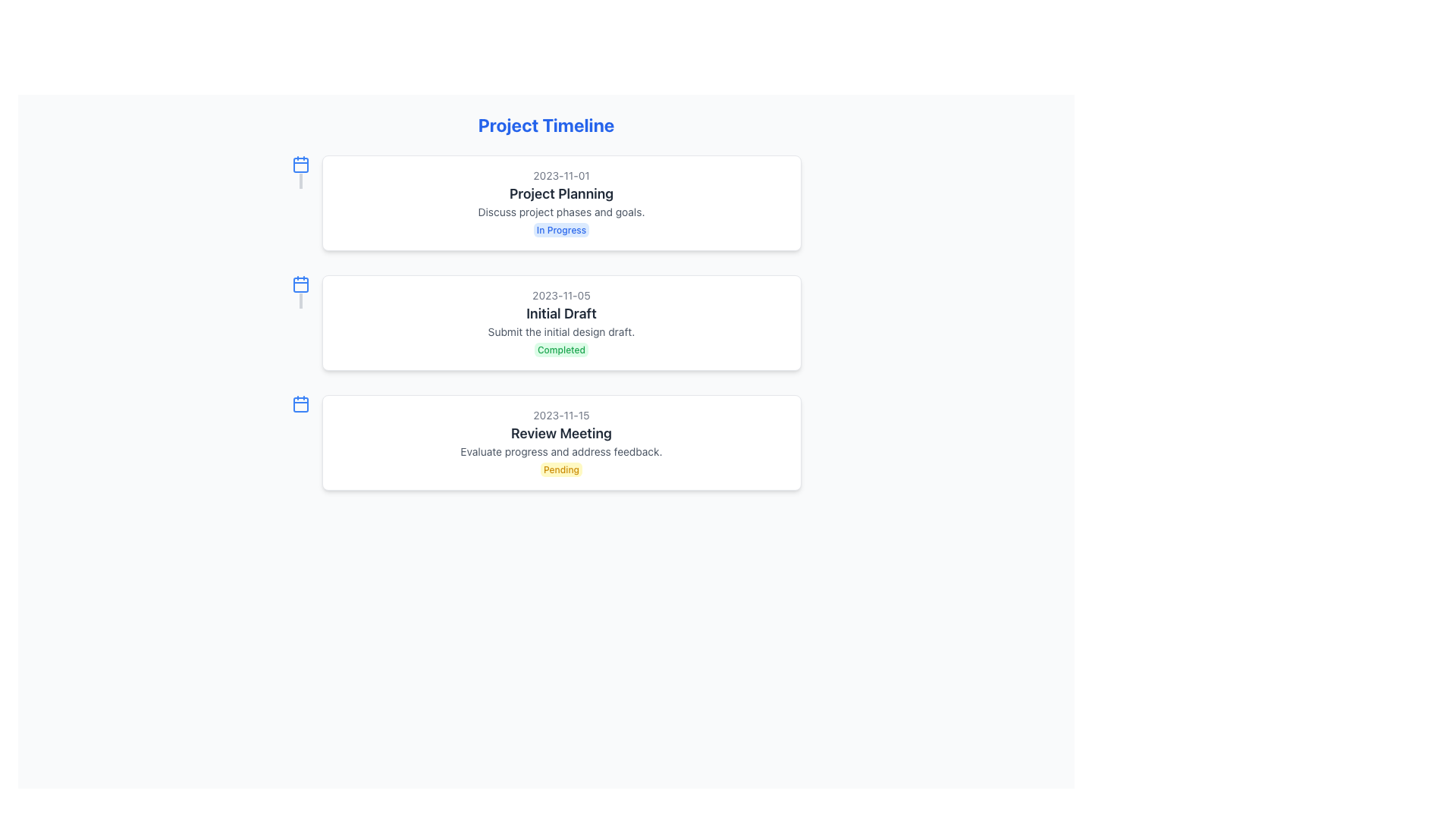  I want to click on the Decorative Icon, which is a vertical bar with a calendar icon at the top, styled in blue, located adjacent to the middle card in a vertical stack of three timeline cards associated with the heading 'Initial Draft', so click(300, 292).